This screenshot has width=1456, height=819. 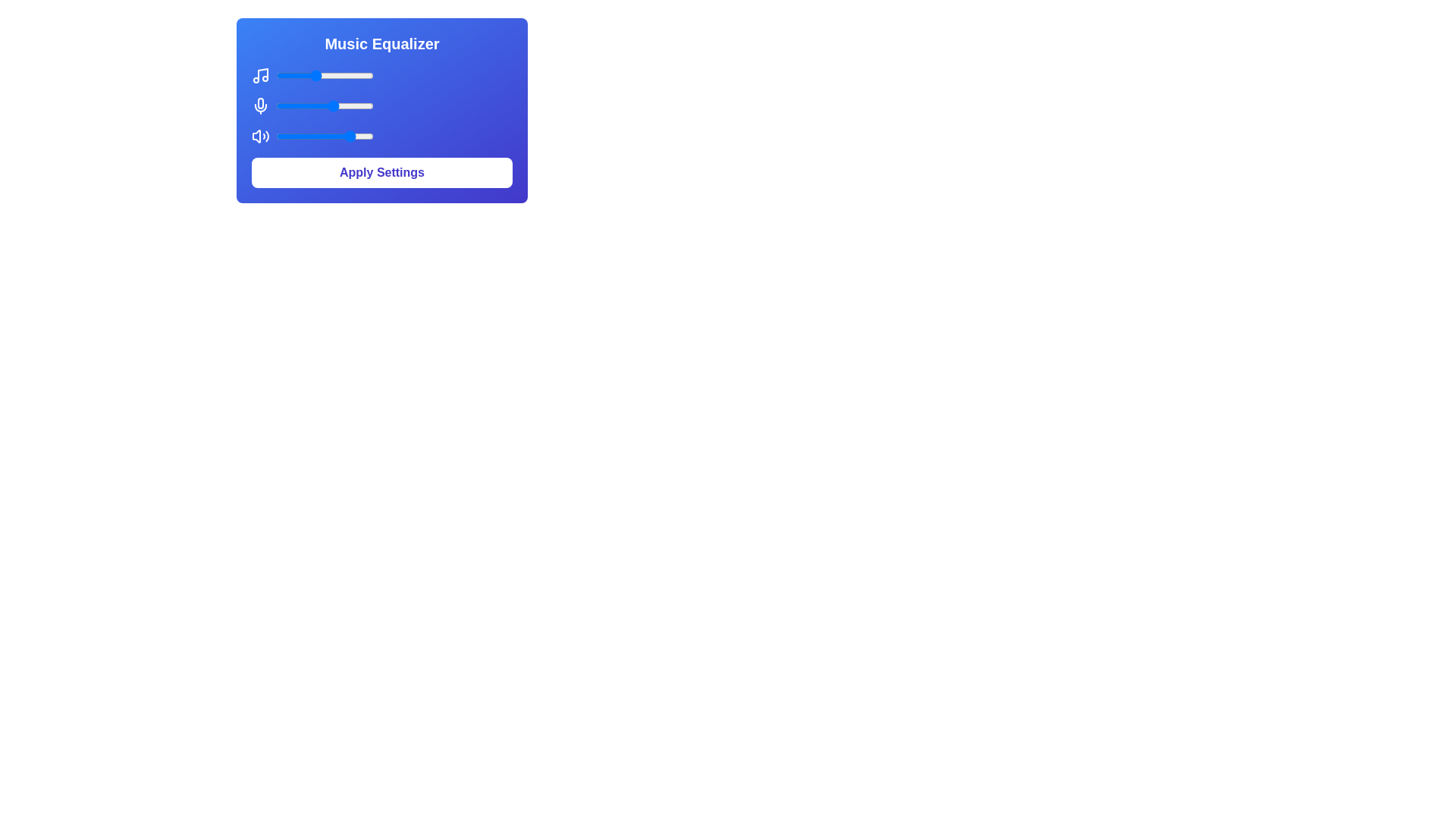 What do you see at coordinates (317, 136) in the screenshot?
I see `the volume` at bounding box center [317, 136].